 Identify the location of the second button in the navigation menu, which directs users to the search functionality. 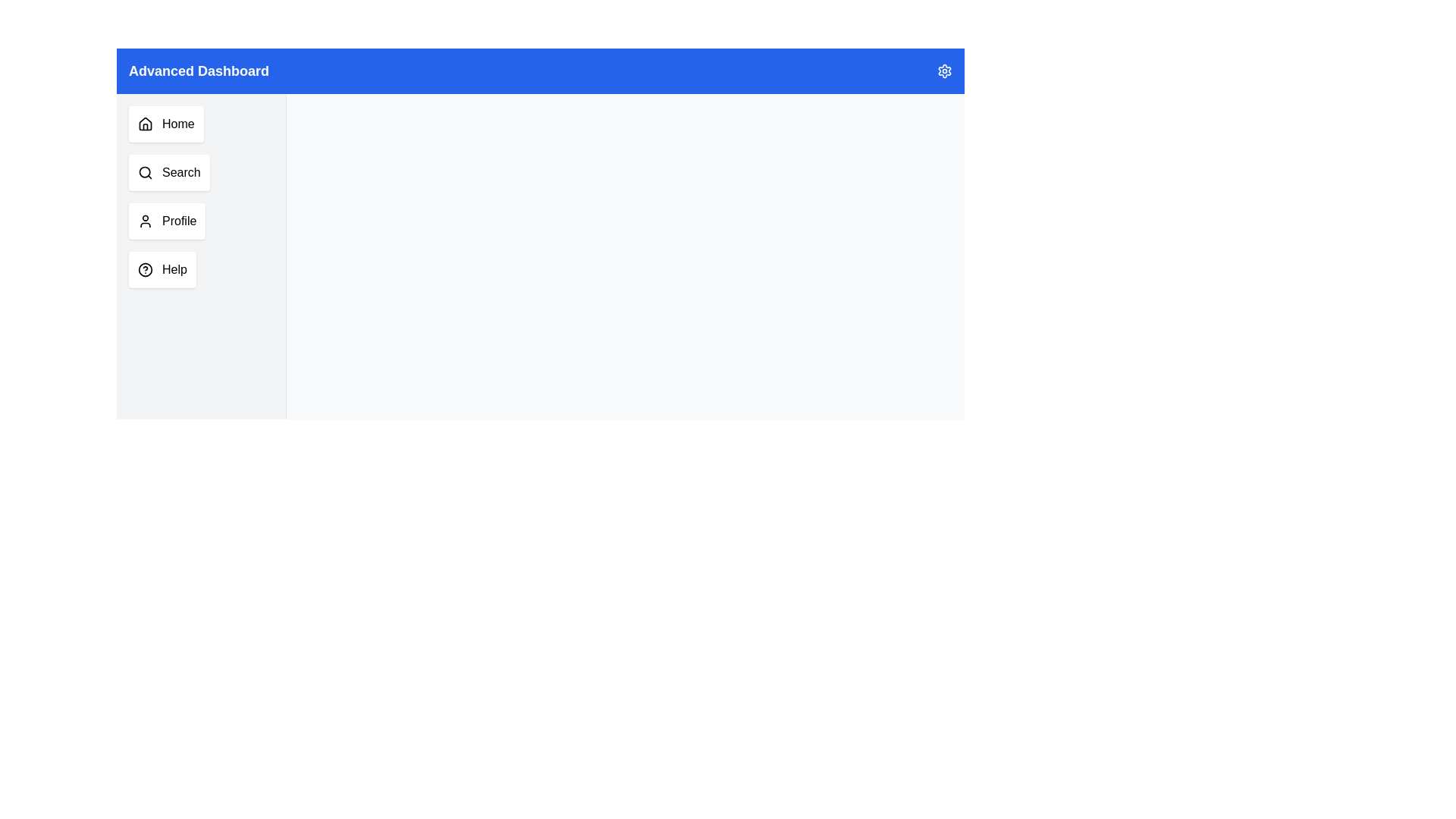
(200, 196).